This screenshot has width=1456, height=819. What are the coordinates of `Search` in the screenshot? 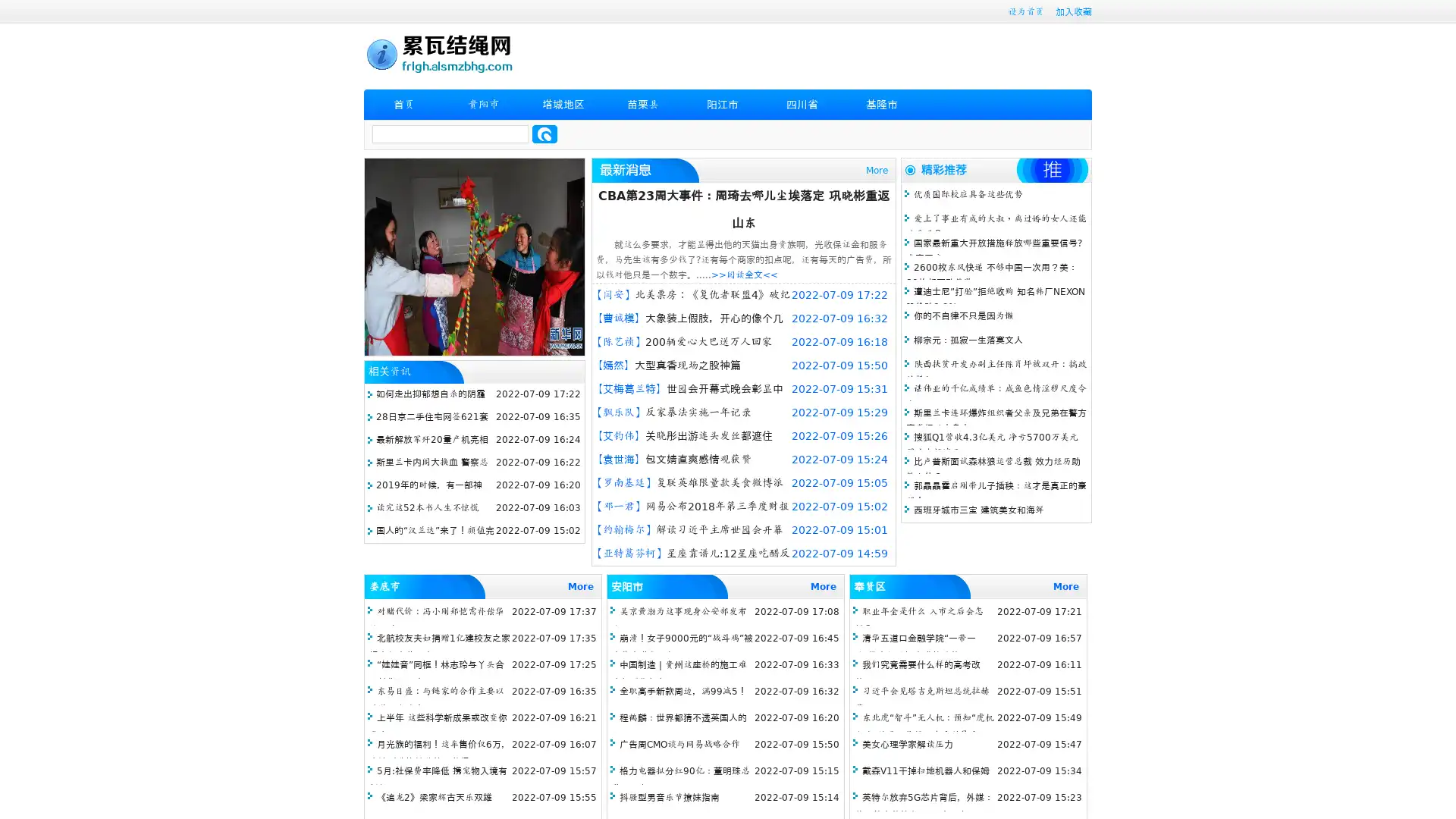 It's located at (544, 133).